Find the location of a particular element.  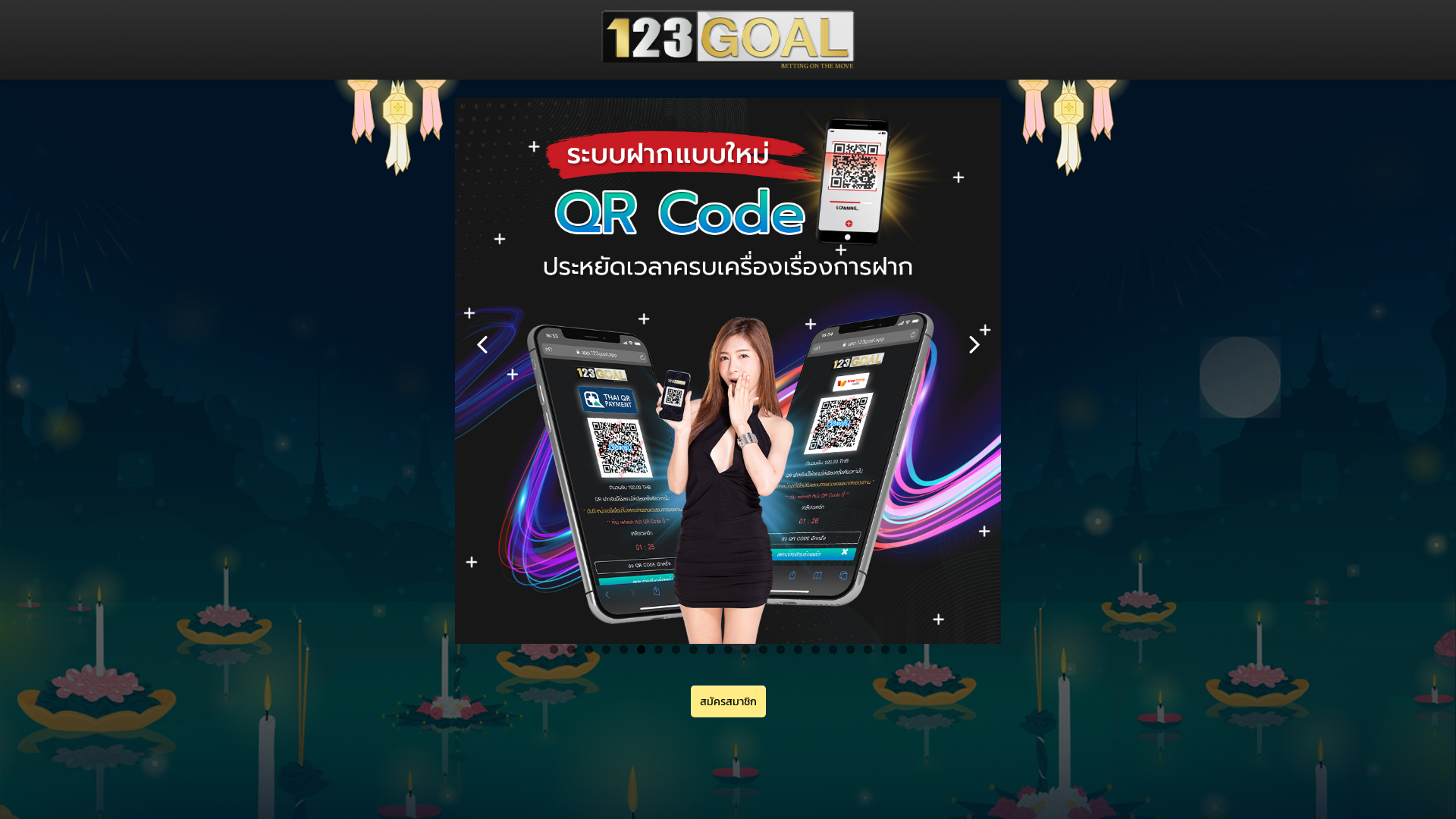

'20' is located at coordinates (880, 648).